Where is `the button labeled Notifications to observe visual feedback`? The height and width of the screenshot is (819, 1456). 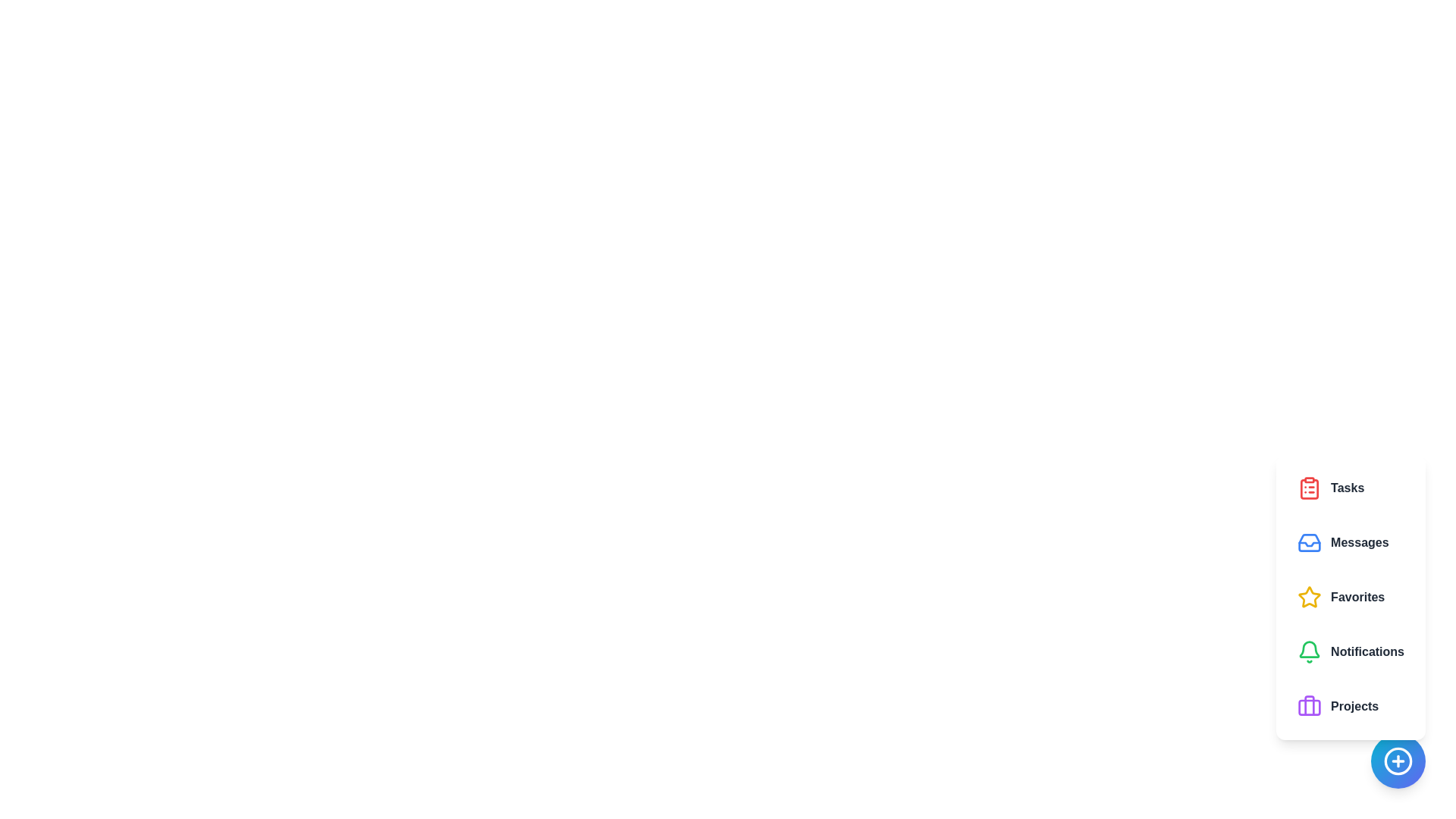
the button labeled Notifications to observe visual feedback is located at coordinates (1351, 651).